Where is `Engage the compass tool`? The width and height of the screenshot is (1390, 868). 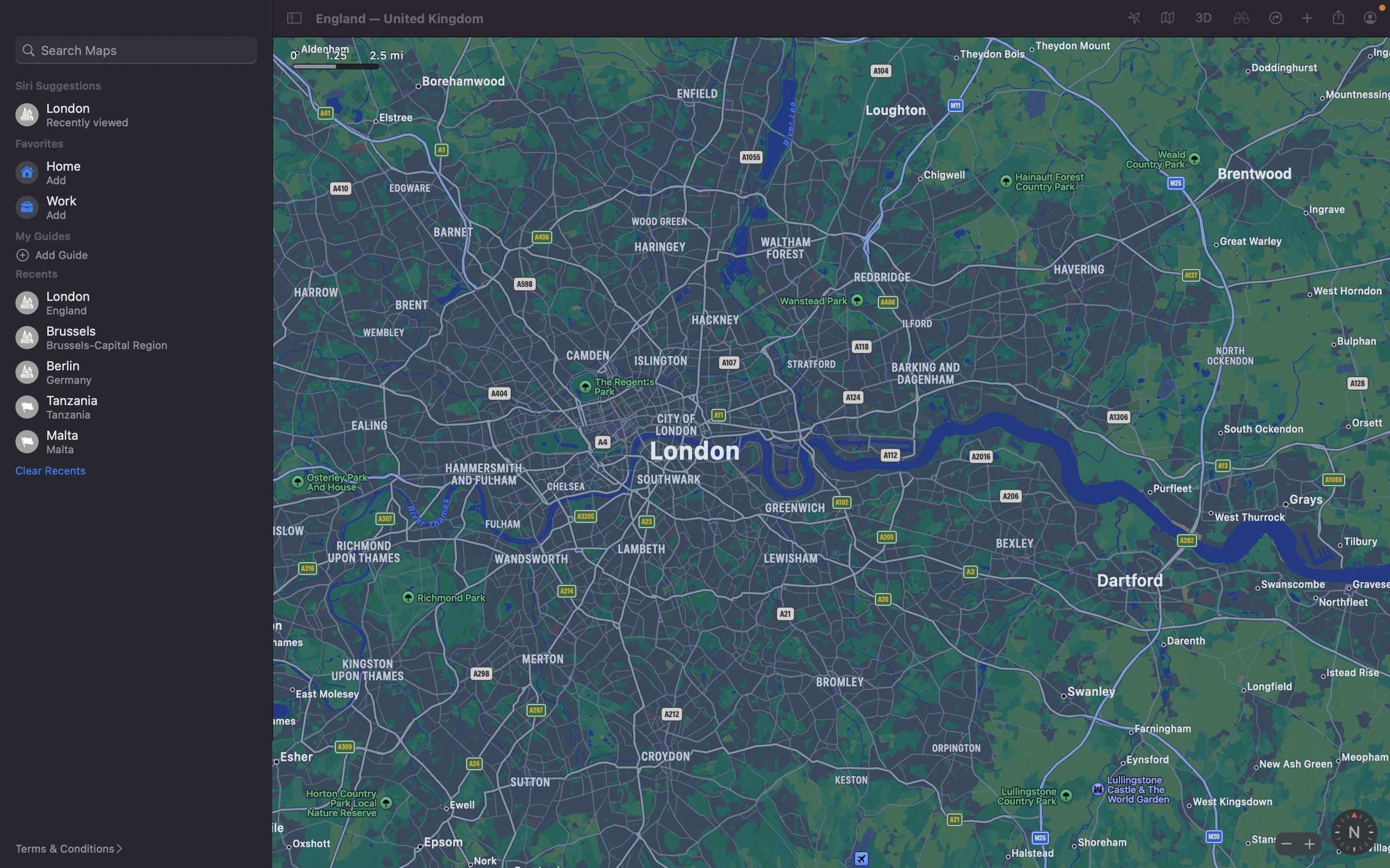
Engage the compass tool is located at coordinates (1353, 832).